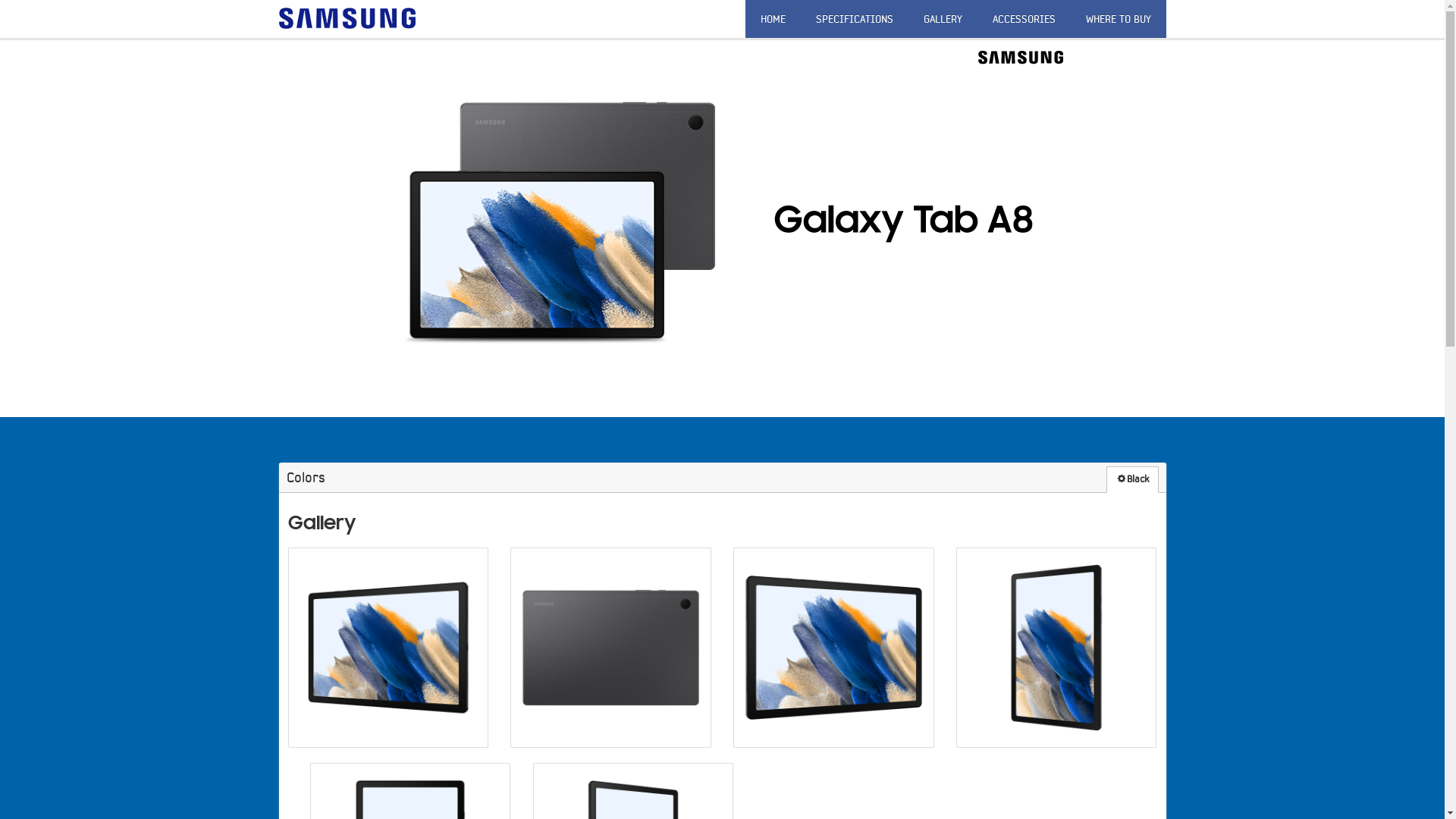  What do you see at coordinates (1023, 18) in the screenshot?
I see `'ACCESSORIES'` at bounding box center [1023, 18].